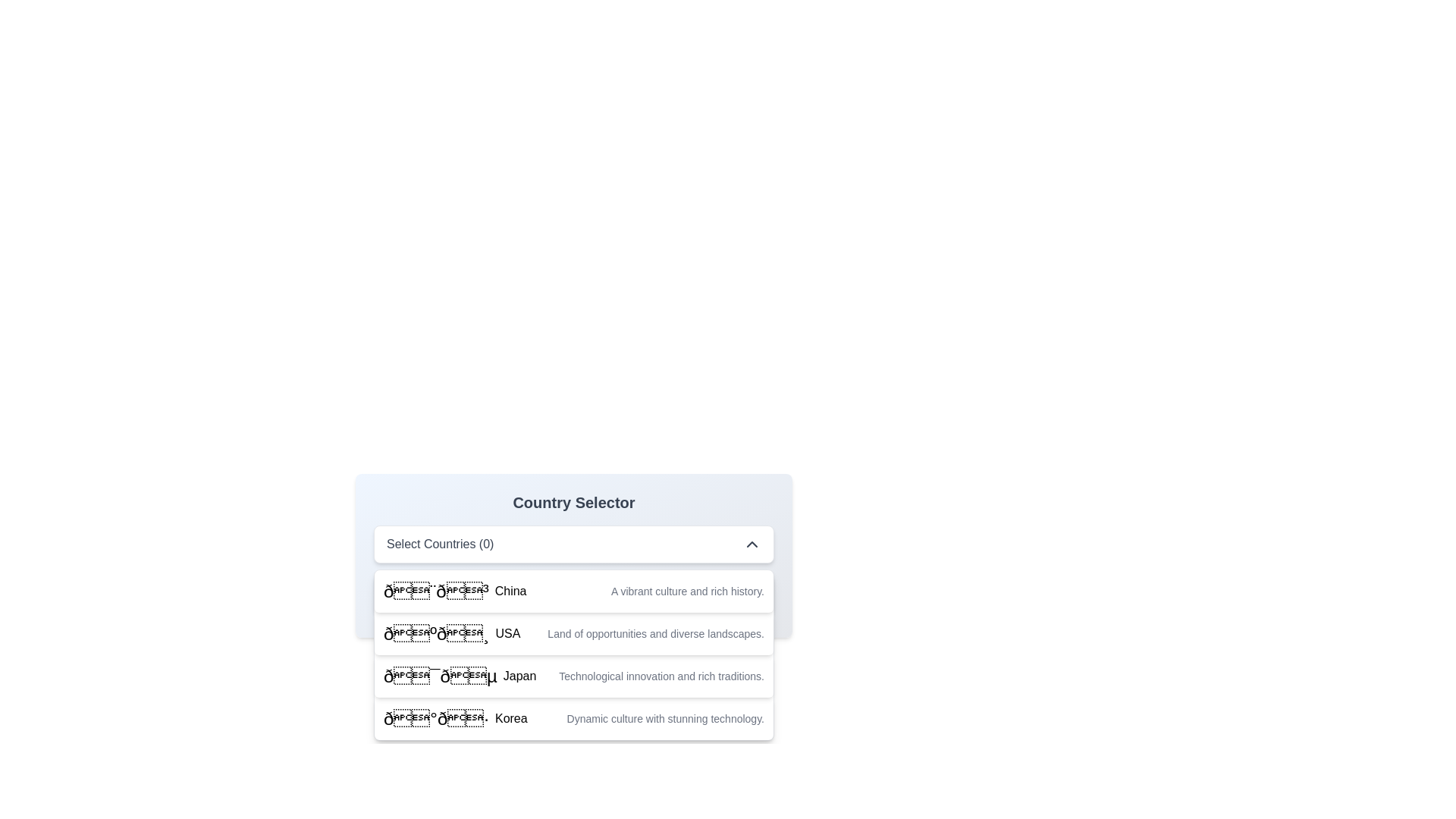 Image resolution: width=1456 pixels, height=819 pixels. I want to click on the text label displaying the country name 'Japan' paired with its emoji flag, which is the third item in the vertically stacked list of country entries, so click(459, 675).